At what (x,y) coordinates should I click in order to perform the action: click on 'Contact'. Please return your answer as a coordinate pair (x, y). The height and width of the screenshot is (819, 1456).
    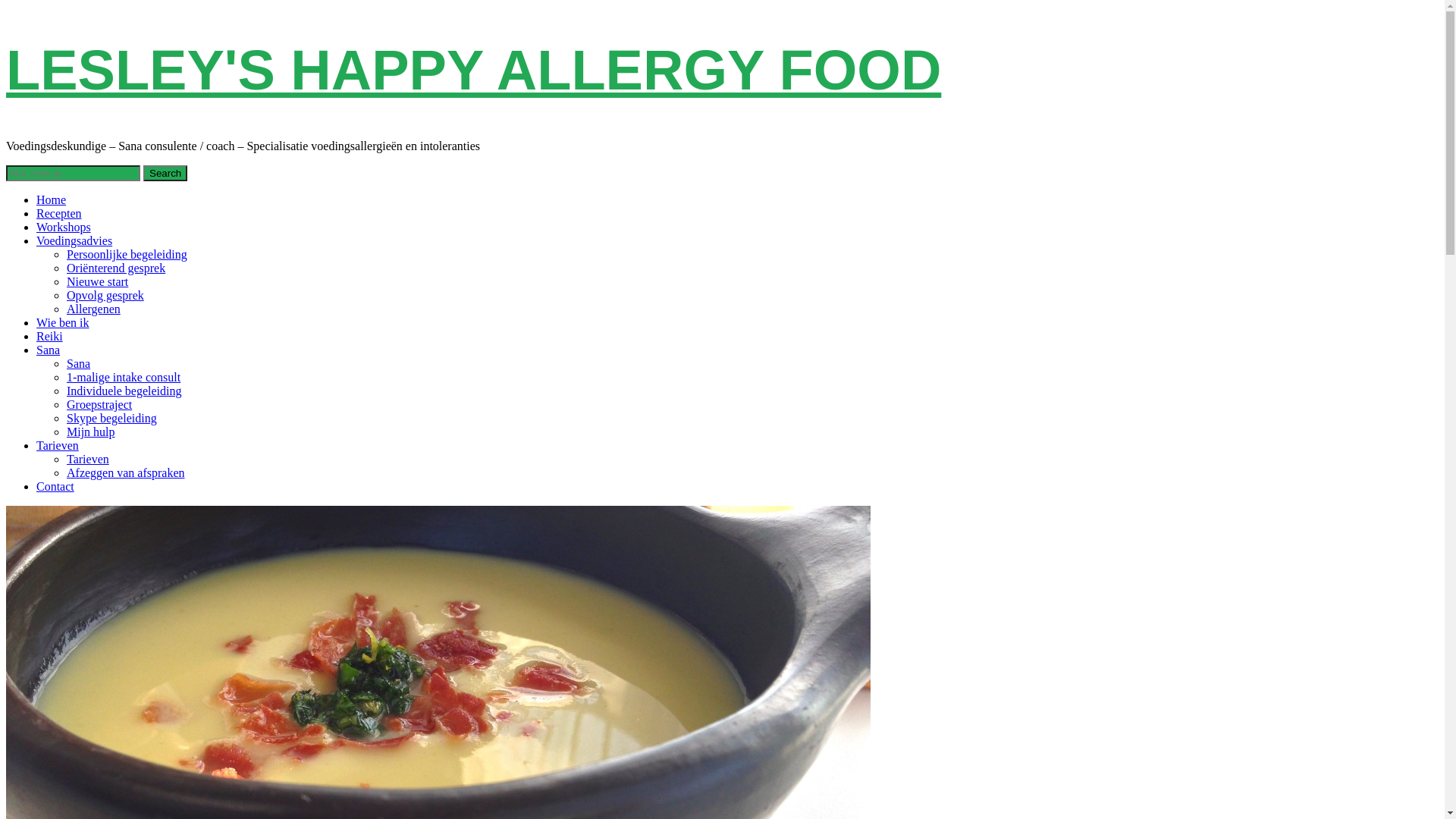
    Looking at the image, I should click on (55, 486).